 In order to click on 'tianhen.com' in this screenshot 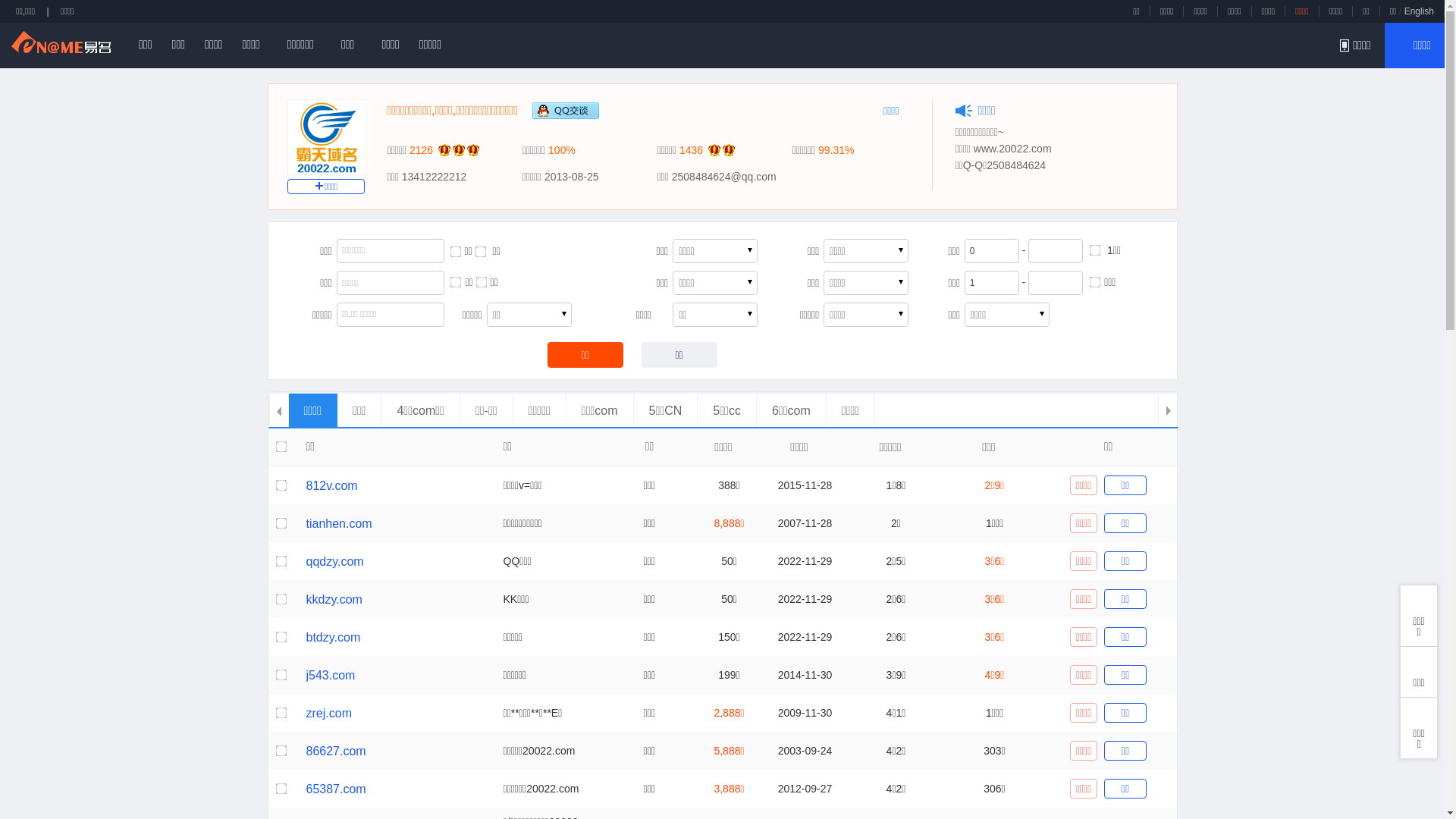, I will do `click(338, 522)`.